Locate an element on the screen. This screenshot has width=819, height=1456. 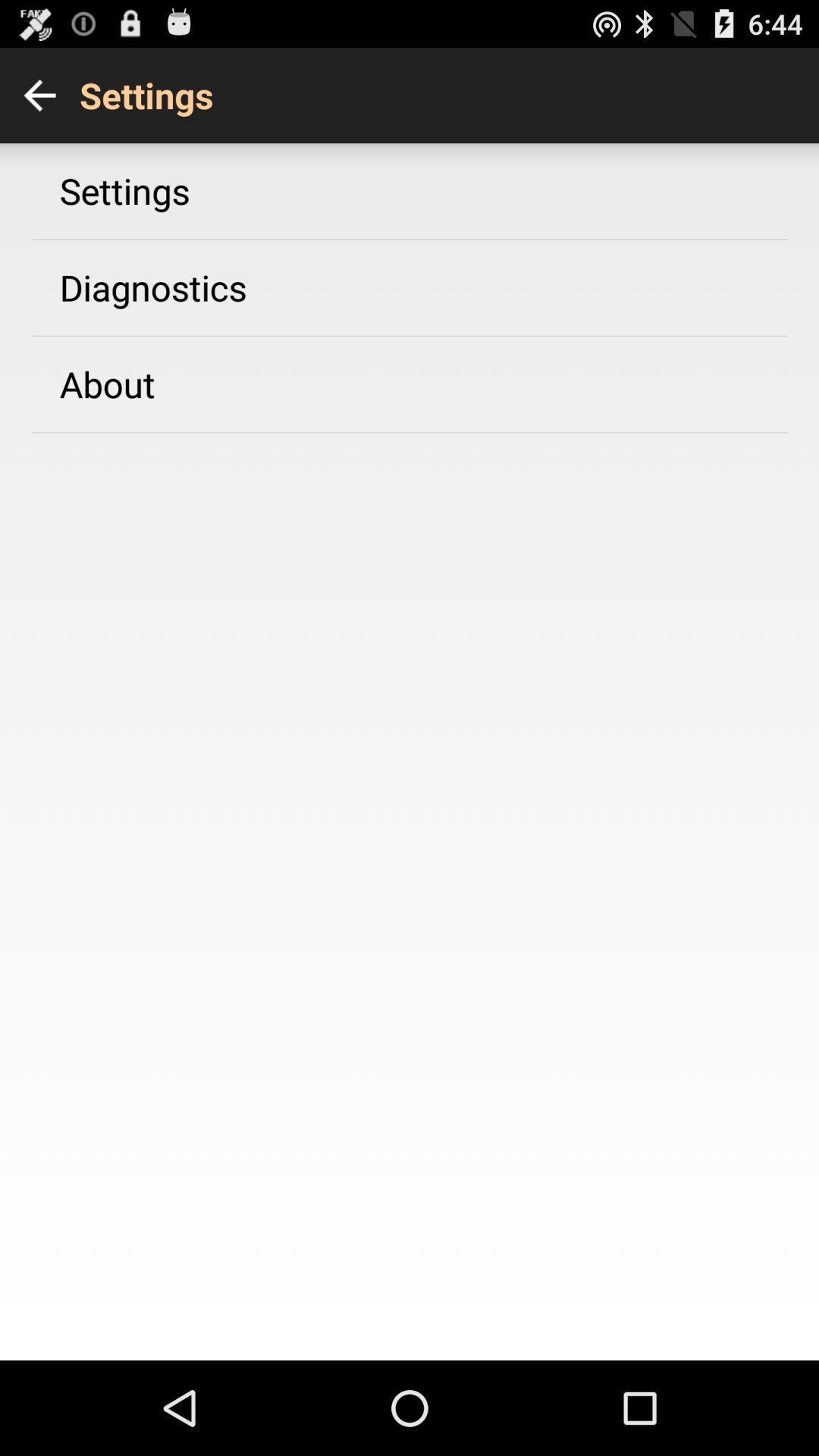
the item below the settings icon is located at coordinates (153, 287).